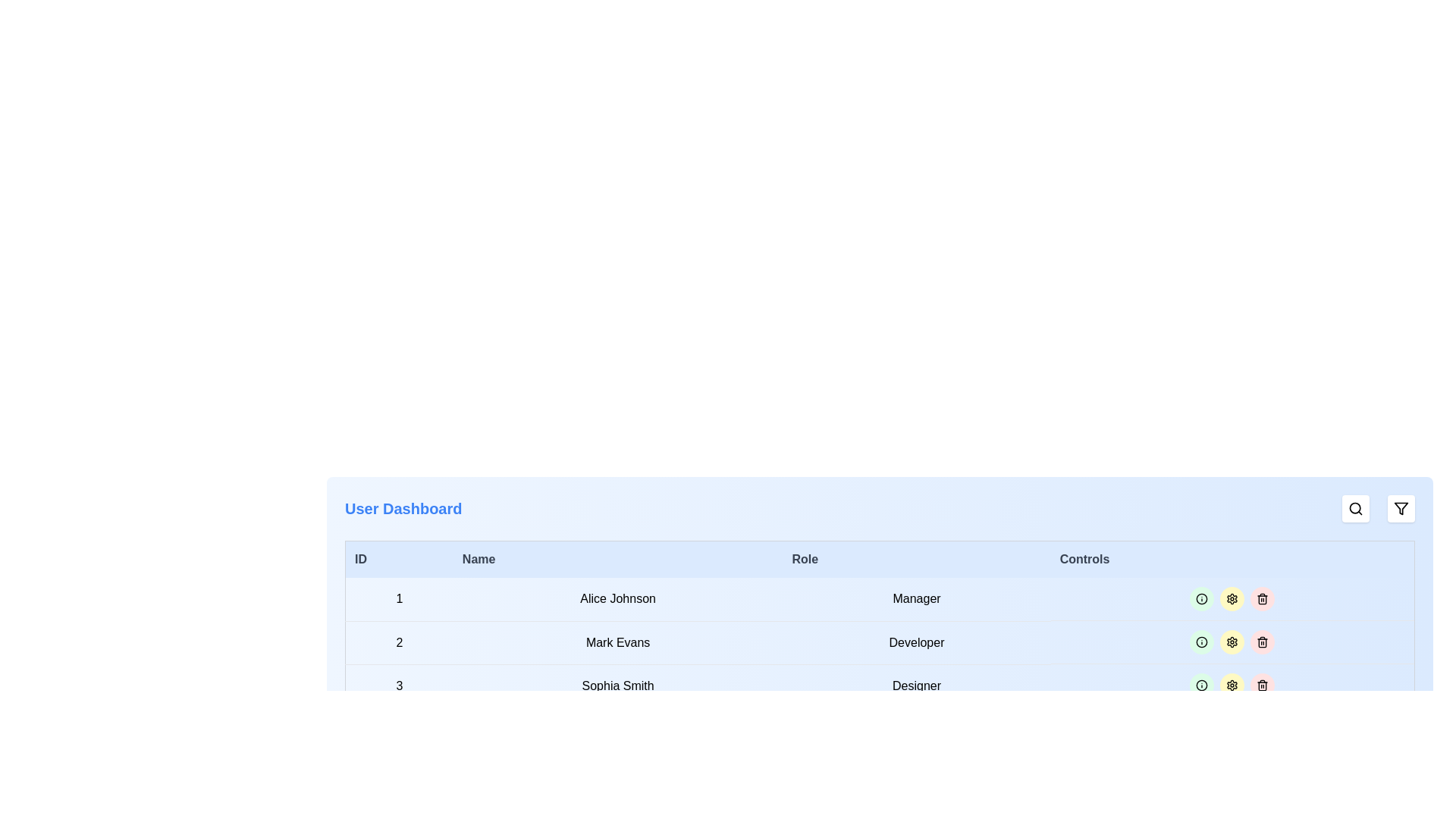 The height and width of the screenshot is (819, 1456). Describe the element at coordinates (1232, 642) in the screenshot. I see `the settings icon located in the Controls column of the table, which is the middle icon among three in a horizontal layout` at that location.